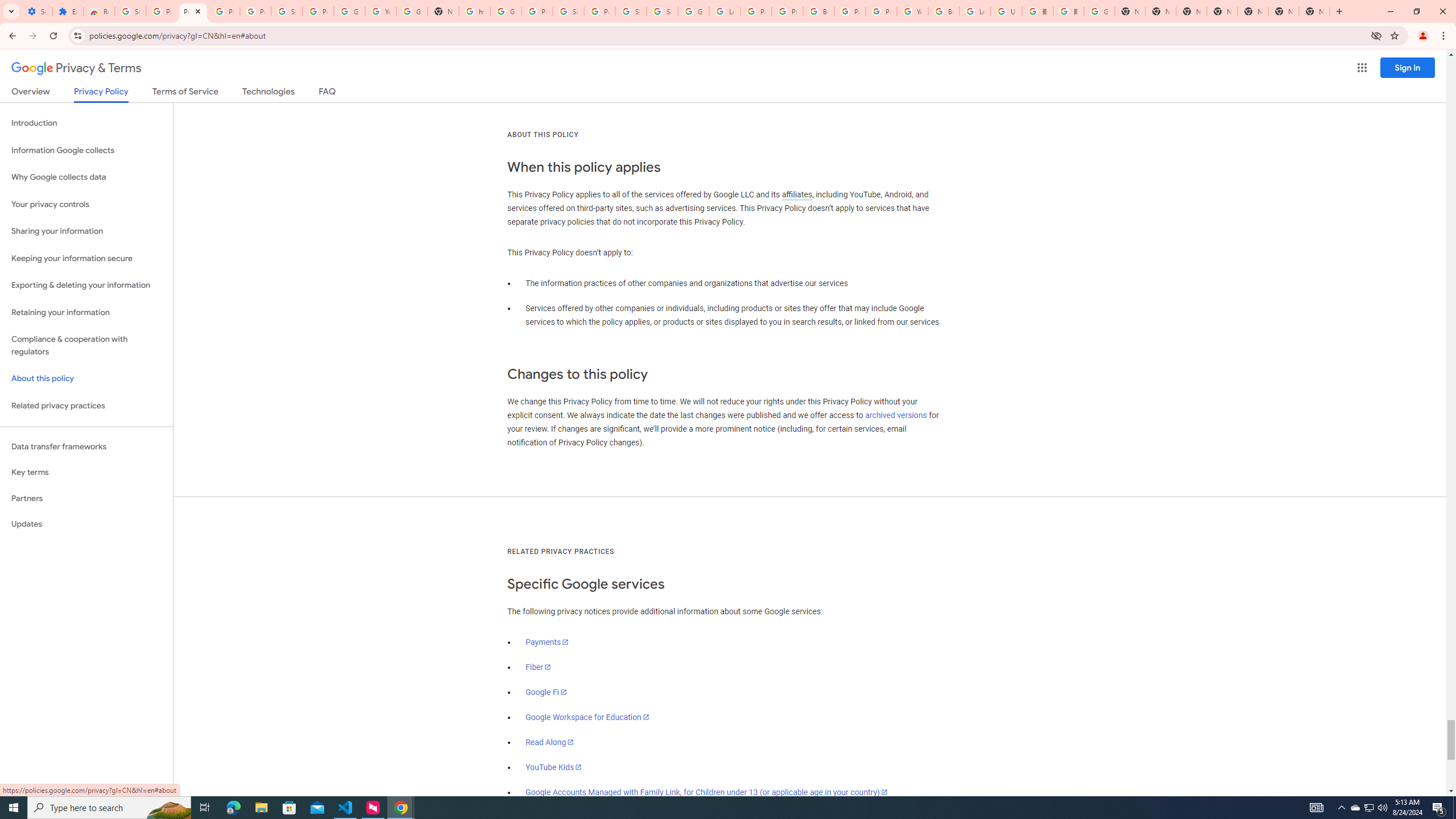 The image size is (1456, 819). What do you see at coordinates (586, 717) in the screenshot?
I see `'Google Workspace for Education'` at bounding box center [586, 717].